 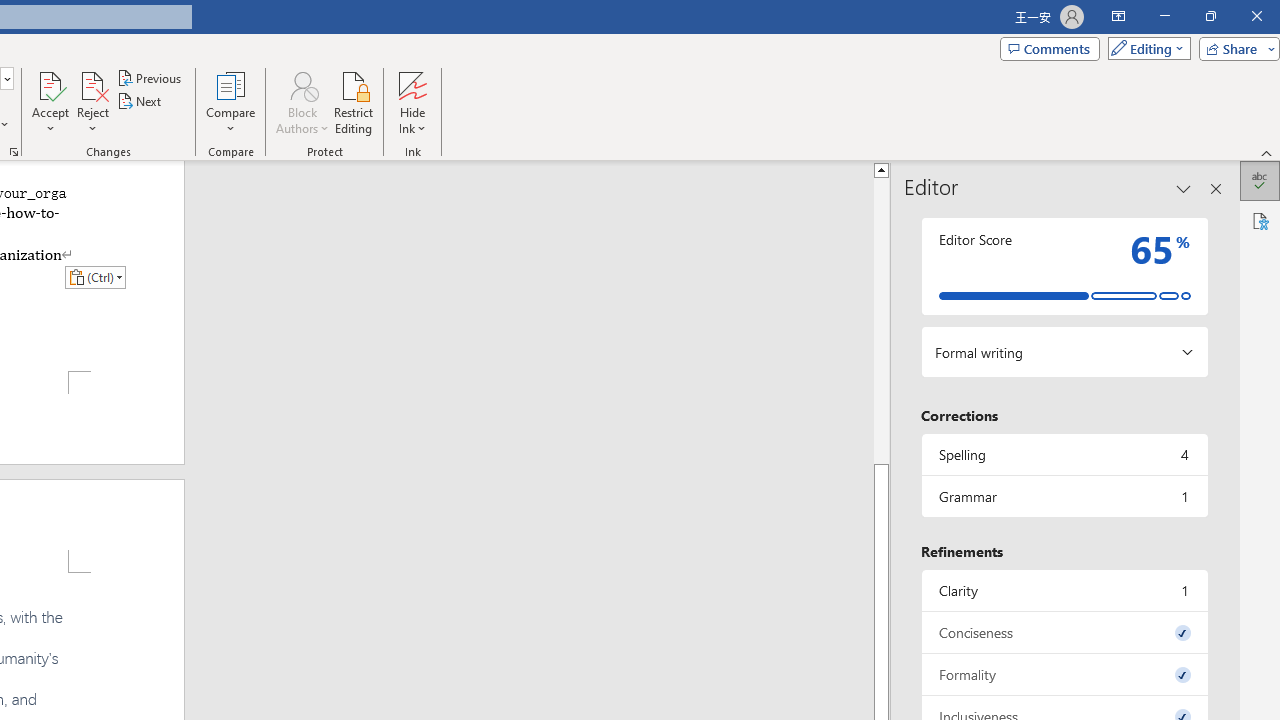 What do you see at coordinates (94, 277) in the screenshot?
I see `'Action: Paste alternatives'` at bounding box center [94, 277].